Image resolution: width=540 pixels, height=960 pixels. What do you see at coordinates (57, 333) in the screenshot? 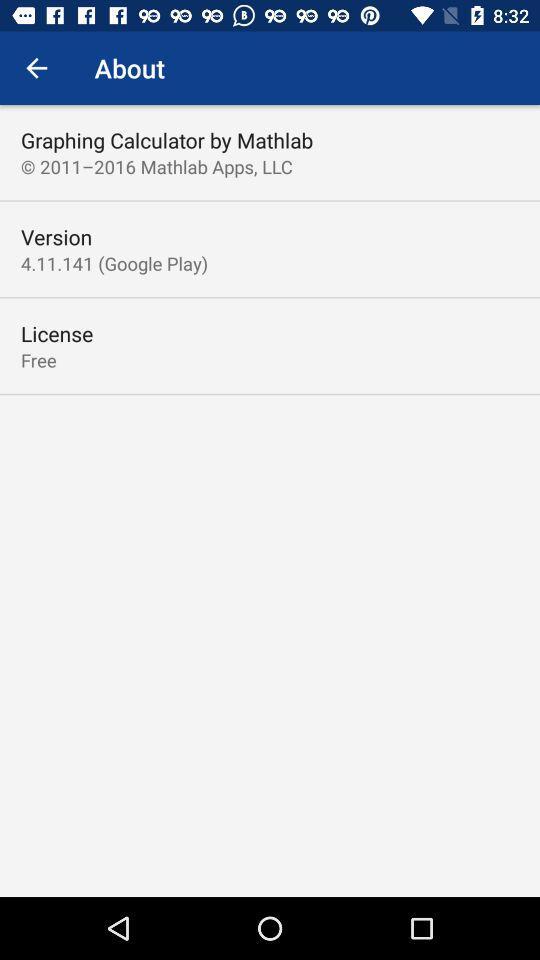
I see `the icon above free` at bounding box center [57, 333].